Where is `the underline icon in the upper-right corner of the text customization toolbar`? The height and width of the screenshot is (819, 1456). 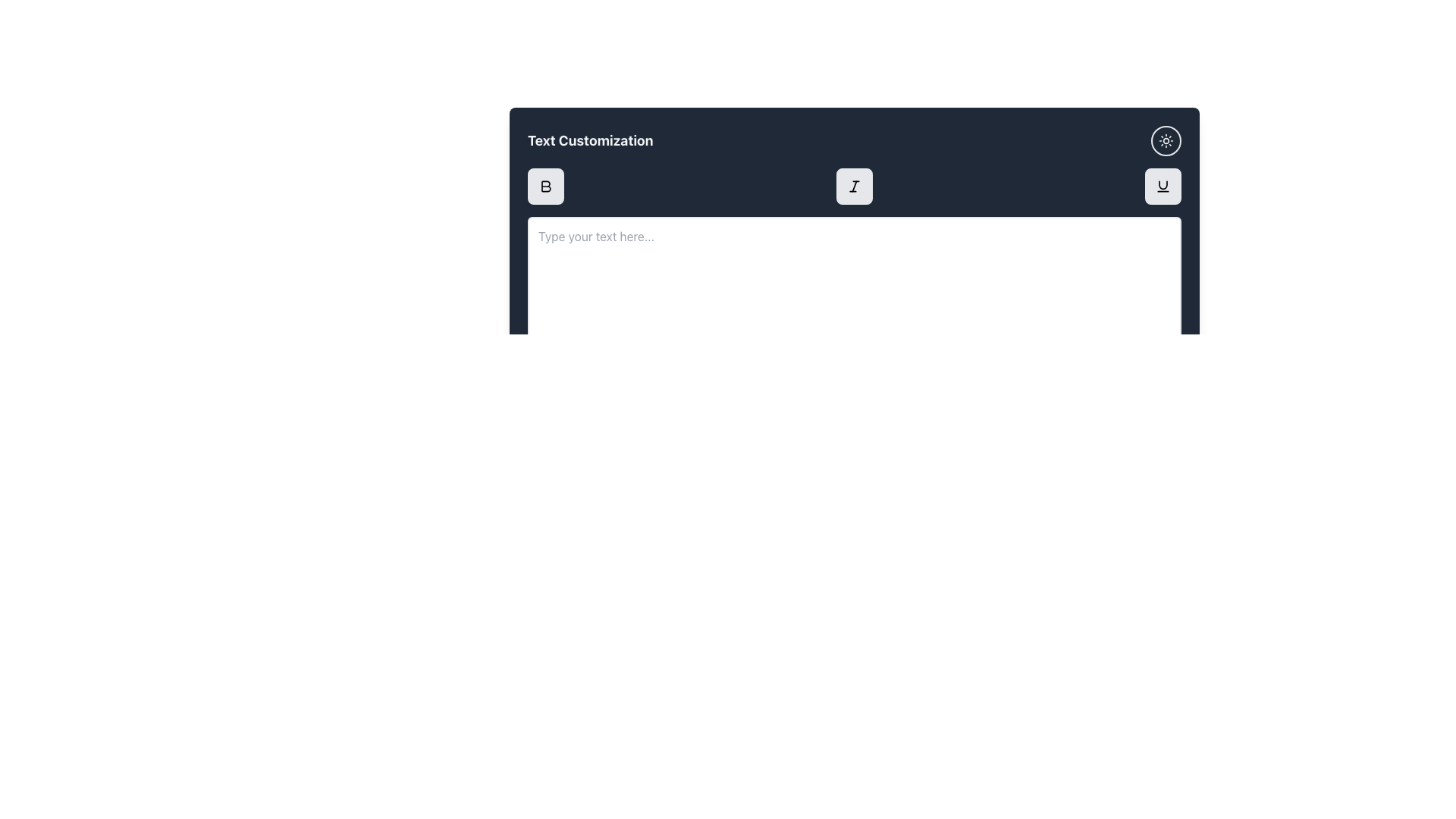 the underline icon in the upper-right corner of the text customization toolbar is located at coordinates (1163, 186).